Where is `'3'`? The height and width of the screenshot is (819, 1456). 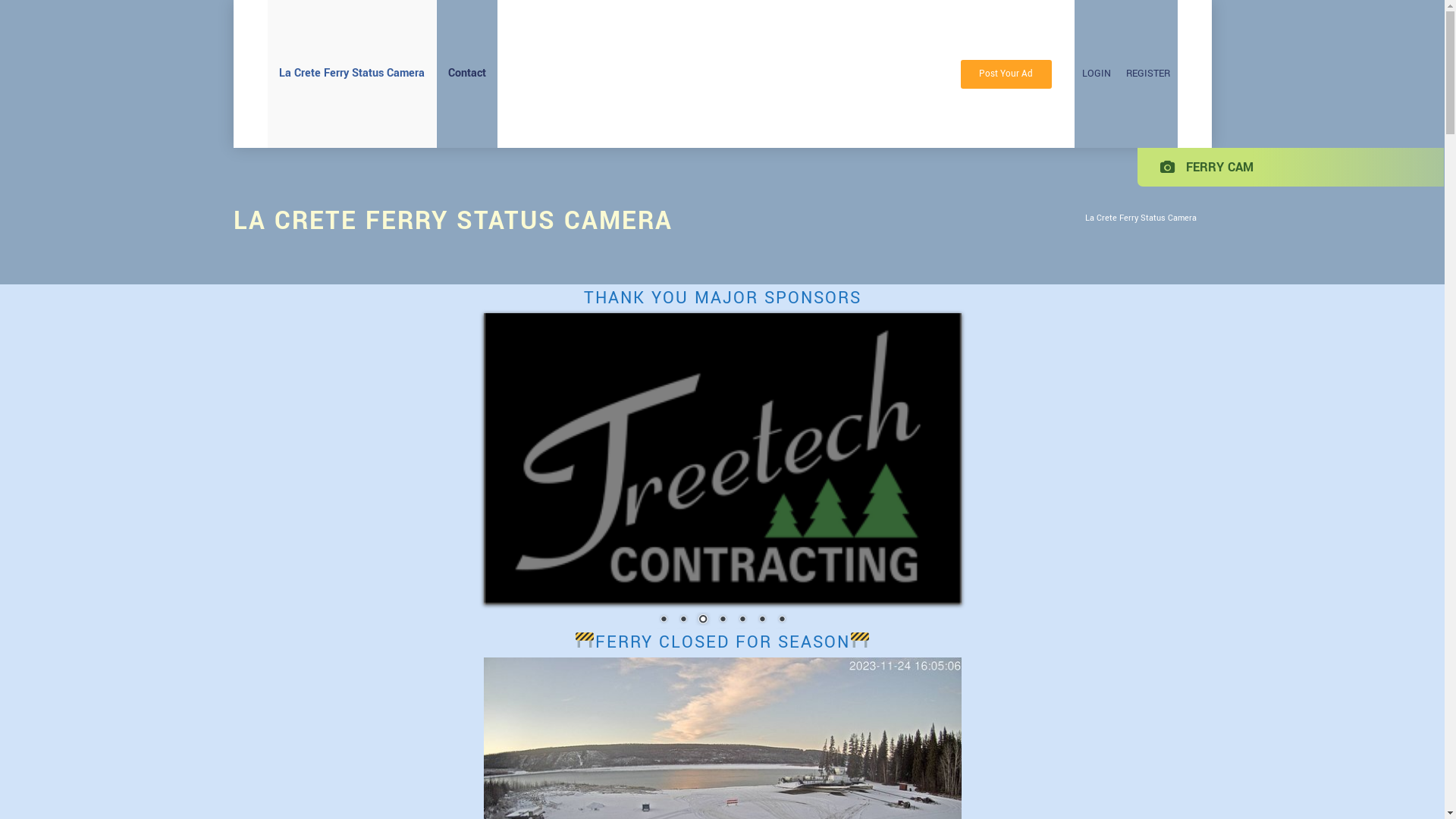 '3' is located at coordinates (701, 620).